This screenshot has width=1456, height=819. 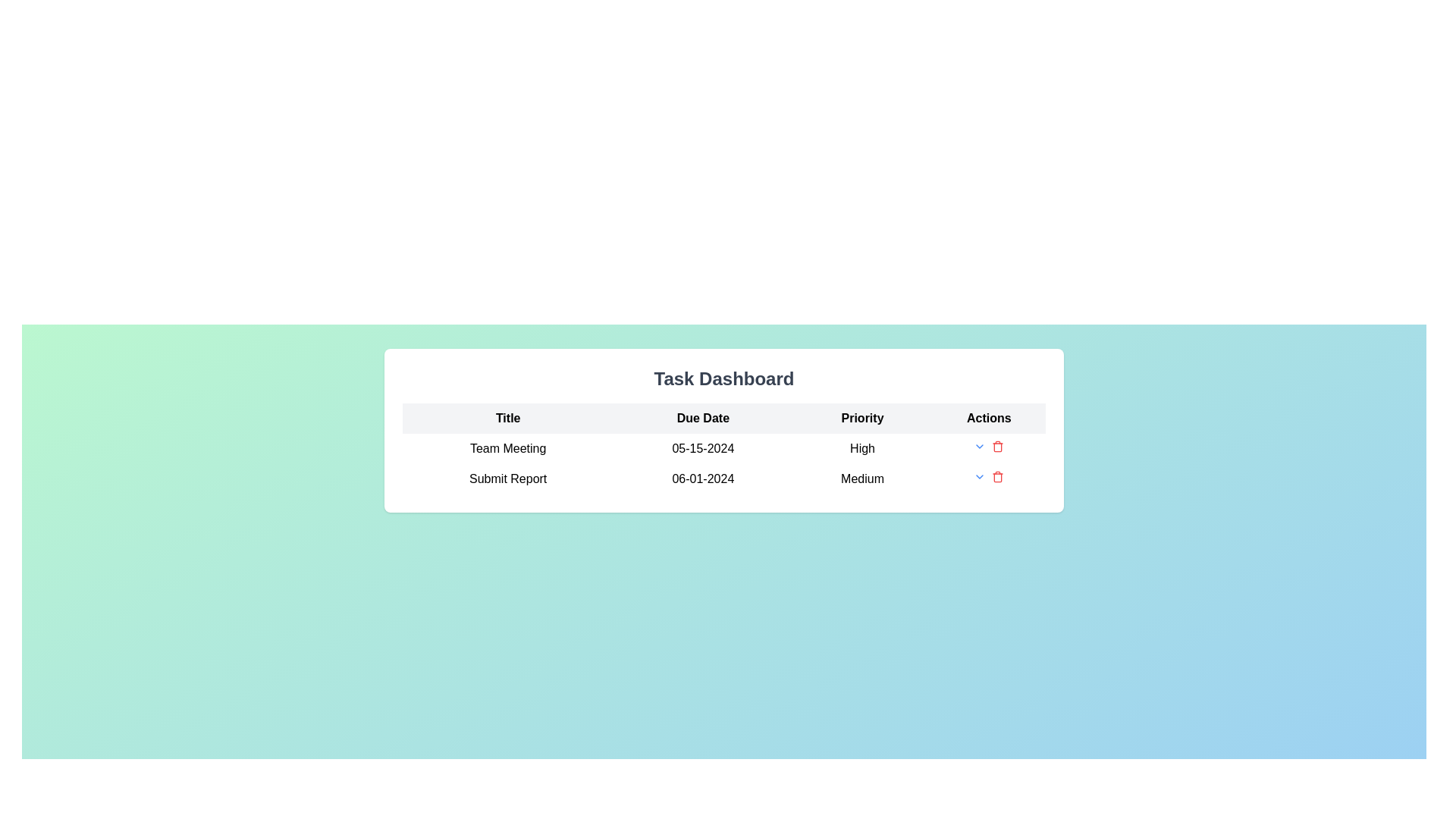 I want to click on the task priorities column header in the table, which is the third column between 'Due Date' and 'Actions', so click(x=862, y=418).